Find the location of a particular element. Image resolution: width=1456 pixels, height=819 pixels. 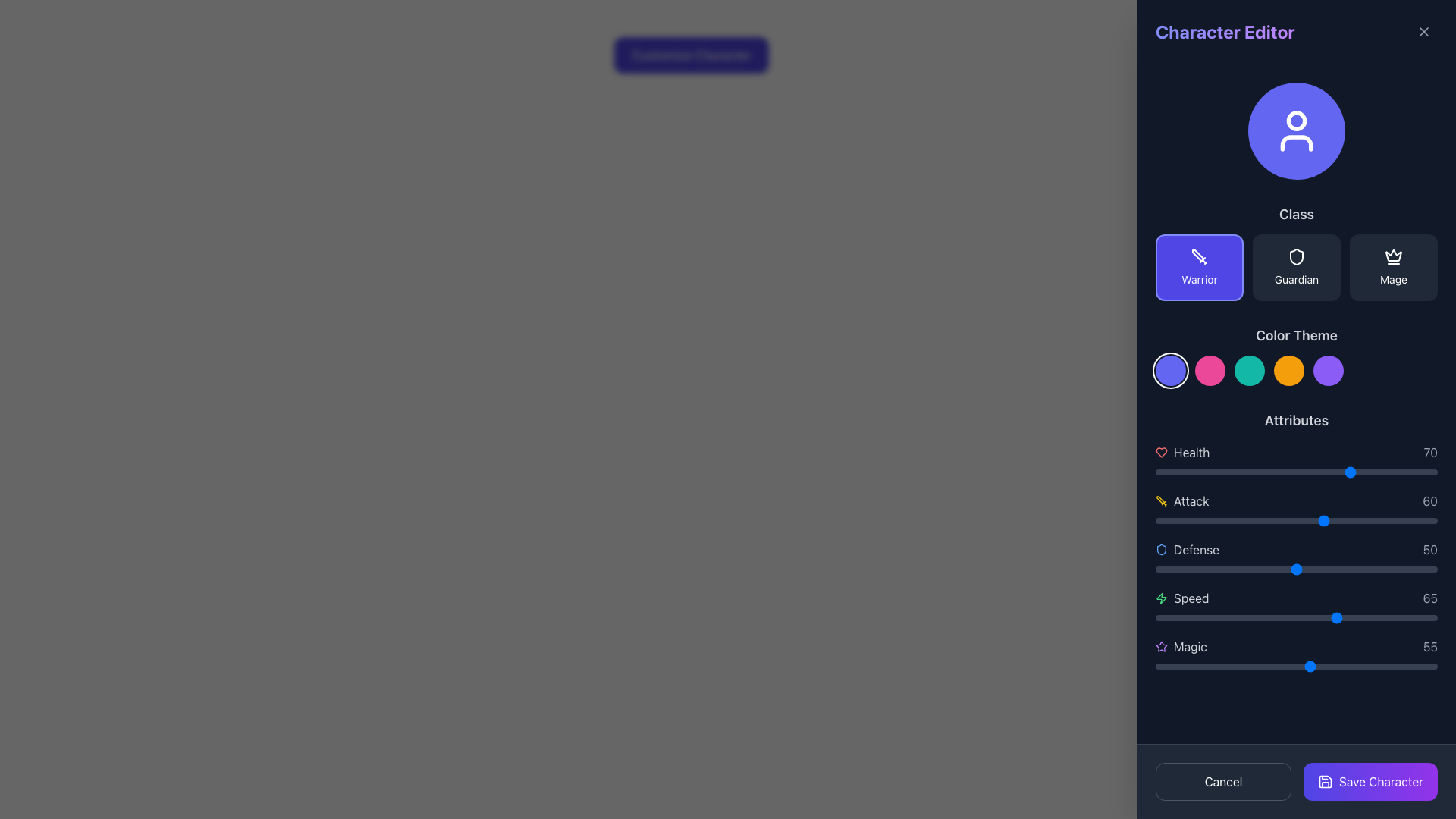

the 'Magic' attribute label with icon in the Character Editor interface, which is the last item in the attributes list is located at coordinates (1180, 646).